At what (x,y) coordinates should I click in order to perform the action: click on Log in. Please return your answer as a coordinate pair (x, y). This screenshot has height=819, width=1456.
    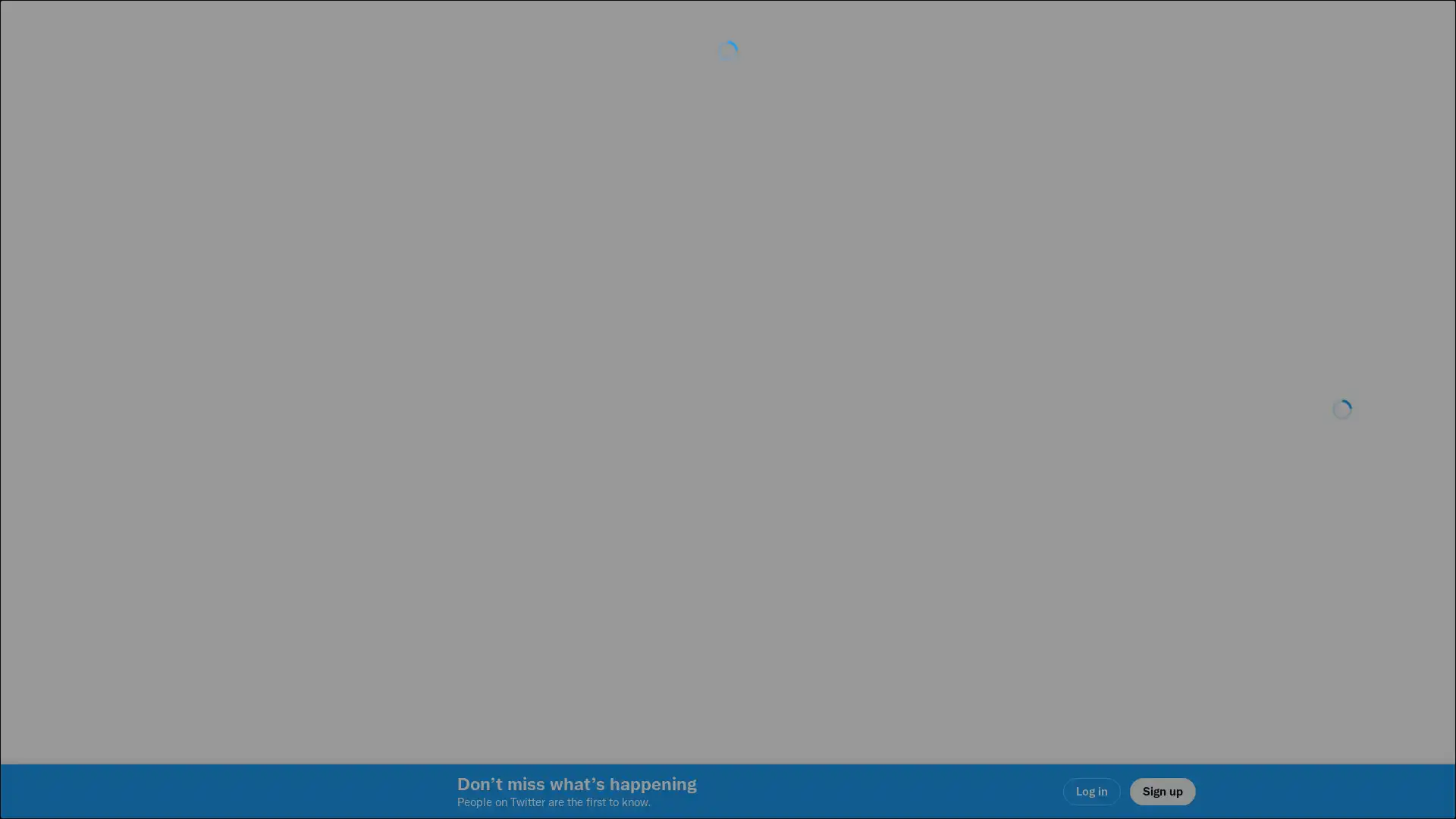
    Looking at the image, I should click on (910, 516).